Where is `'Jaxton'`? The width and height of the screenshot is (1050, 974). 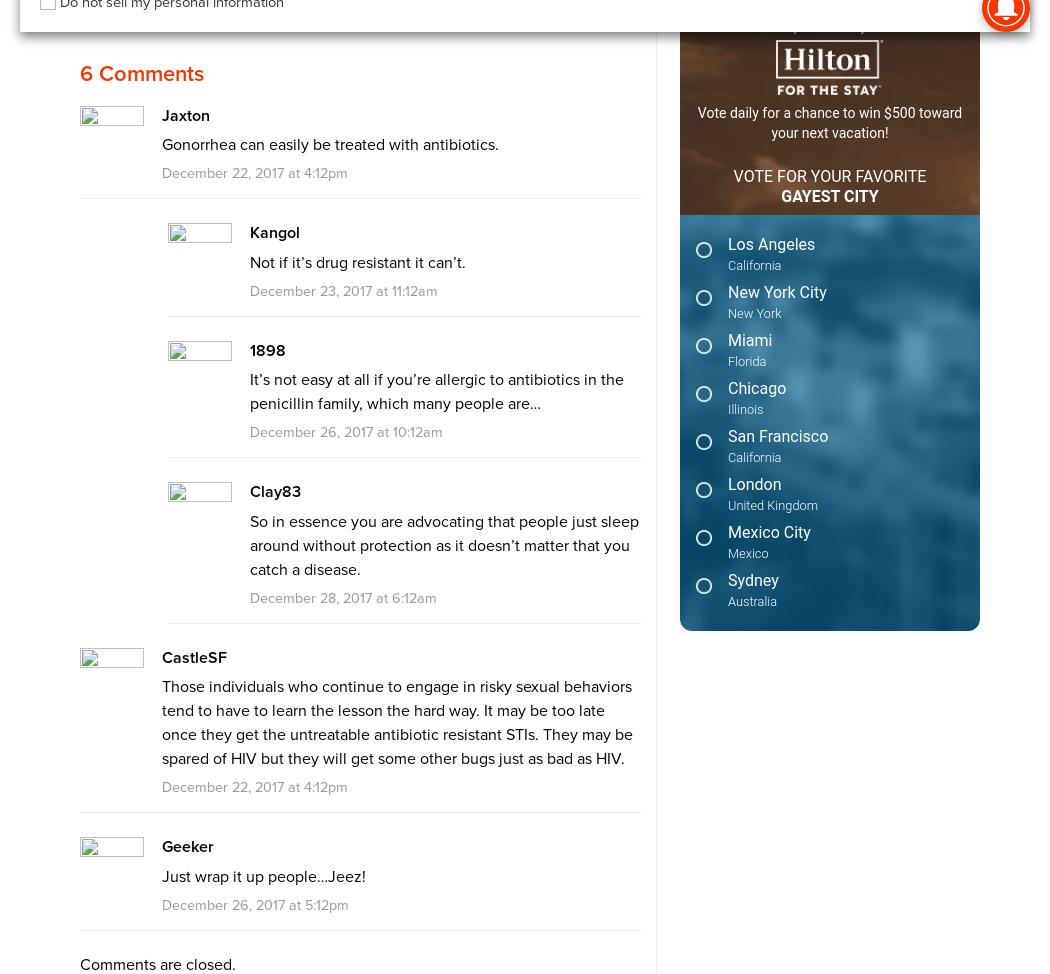
'Jaxton' is located at coordinates (160, 113).